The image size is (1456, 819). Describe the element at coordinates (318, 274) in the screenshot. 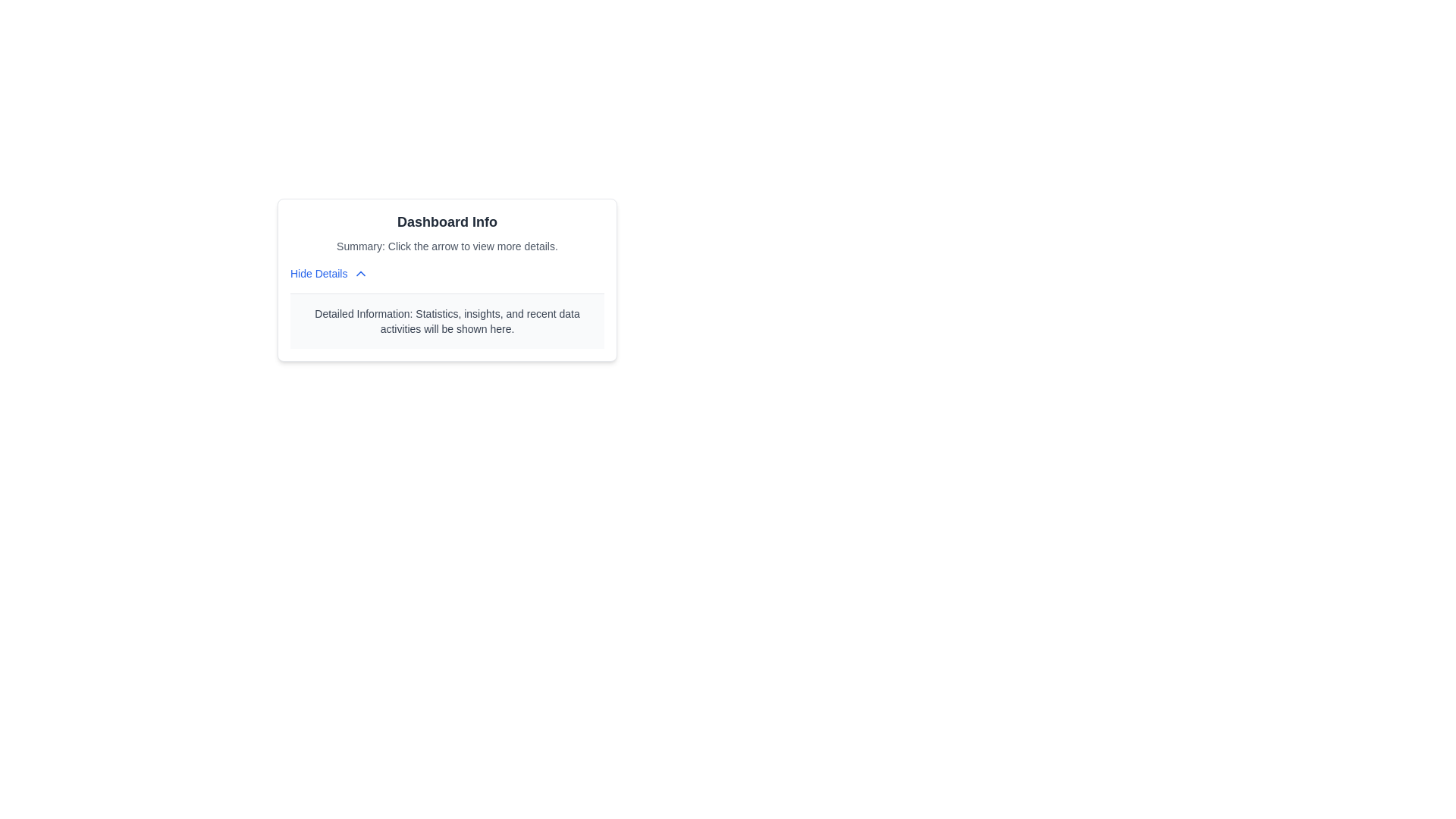

I see `the 'Hide Details' text link styled in blue font` at that location.